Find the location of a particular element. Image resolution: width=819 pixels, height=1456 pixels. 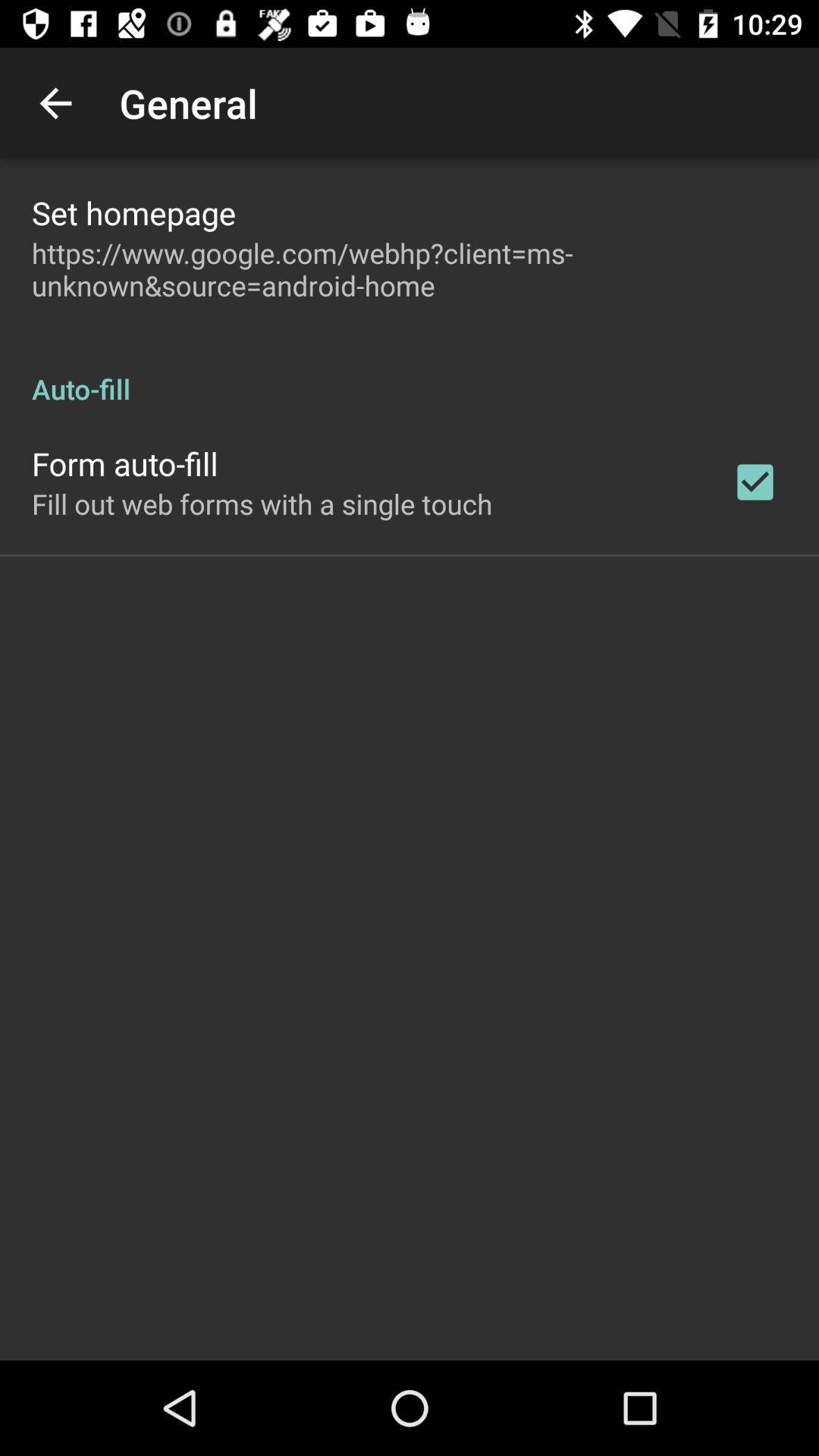

the fill out web app is located at coordinates (261, 504).